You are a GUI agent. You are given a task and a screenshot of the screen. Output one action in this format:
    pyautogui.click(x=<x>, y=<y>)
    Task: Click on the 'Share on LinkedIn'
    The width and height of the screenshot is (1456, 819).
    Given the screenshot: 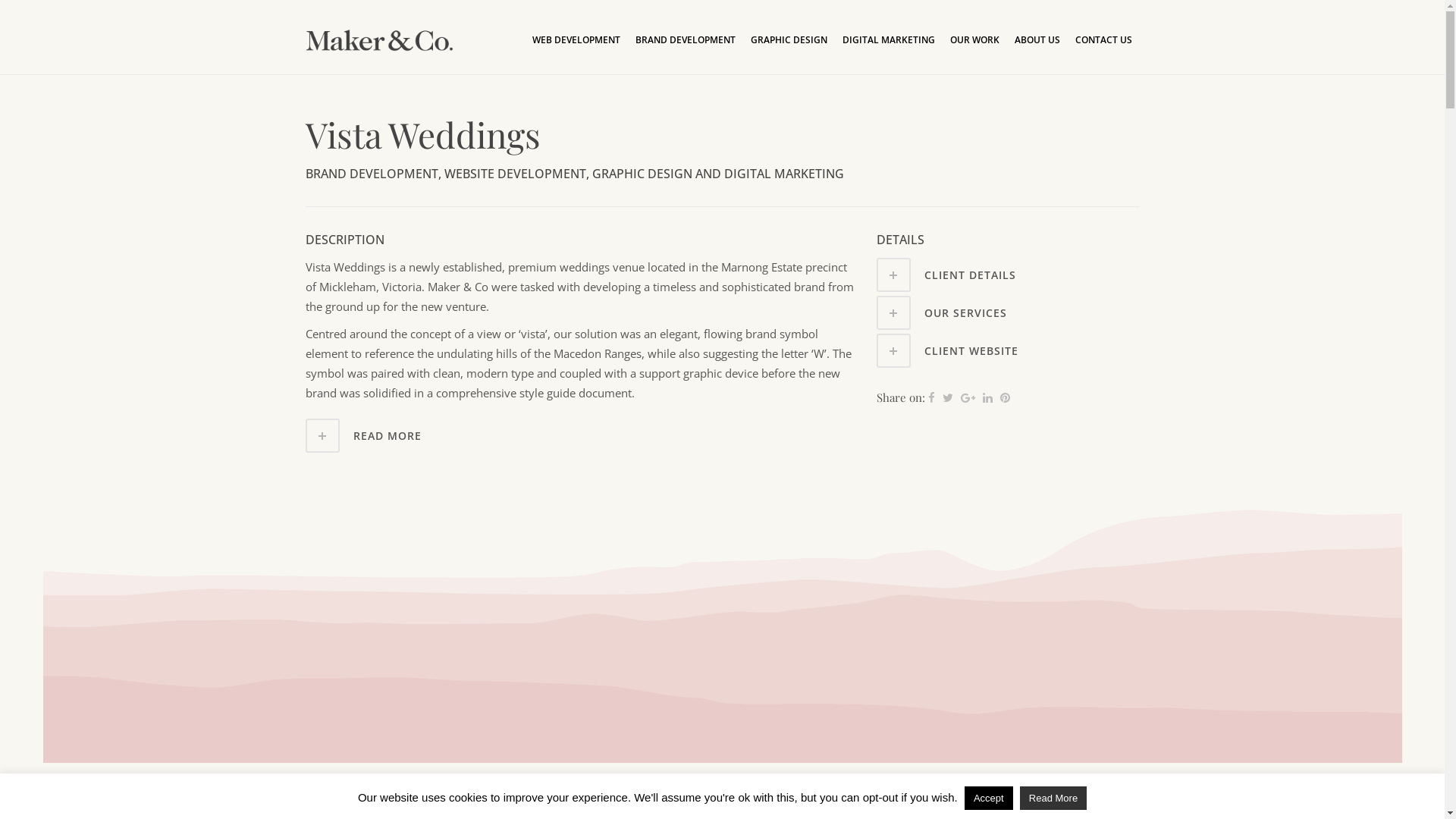 What is the action you would take?
    pyautogui.click(x=987, y=397)
    